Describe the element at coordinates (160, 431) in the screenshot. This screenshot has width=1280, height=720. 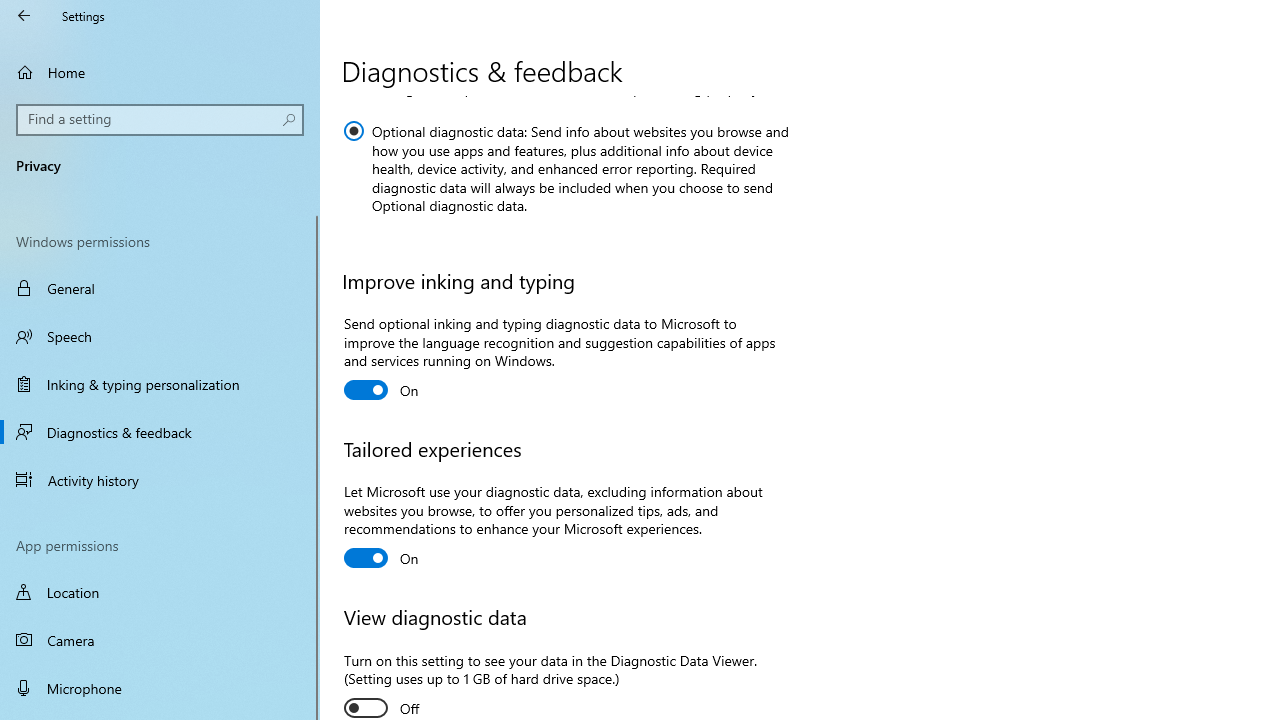
I see `'Diagnostics & feedback'` at that location.